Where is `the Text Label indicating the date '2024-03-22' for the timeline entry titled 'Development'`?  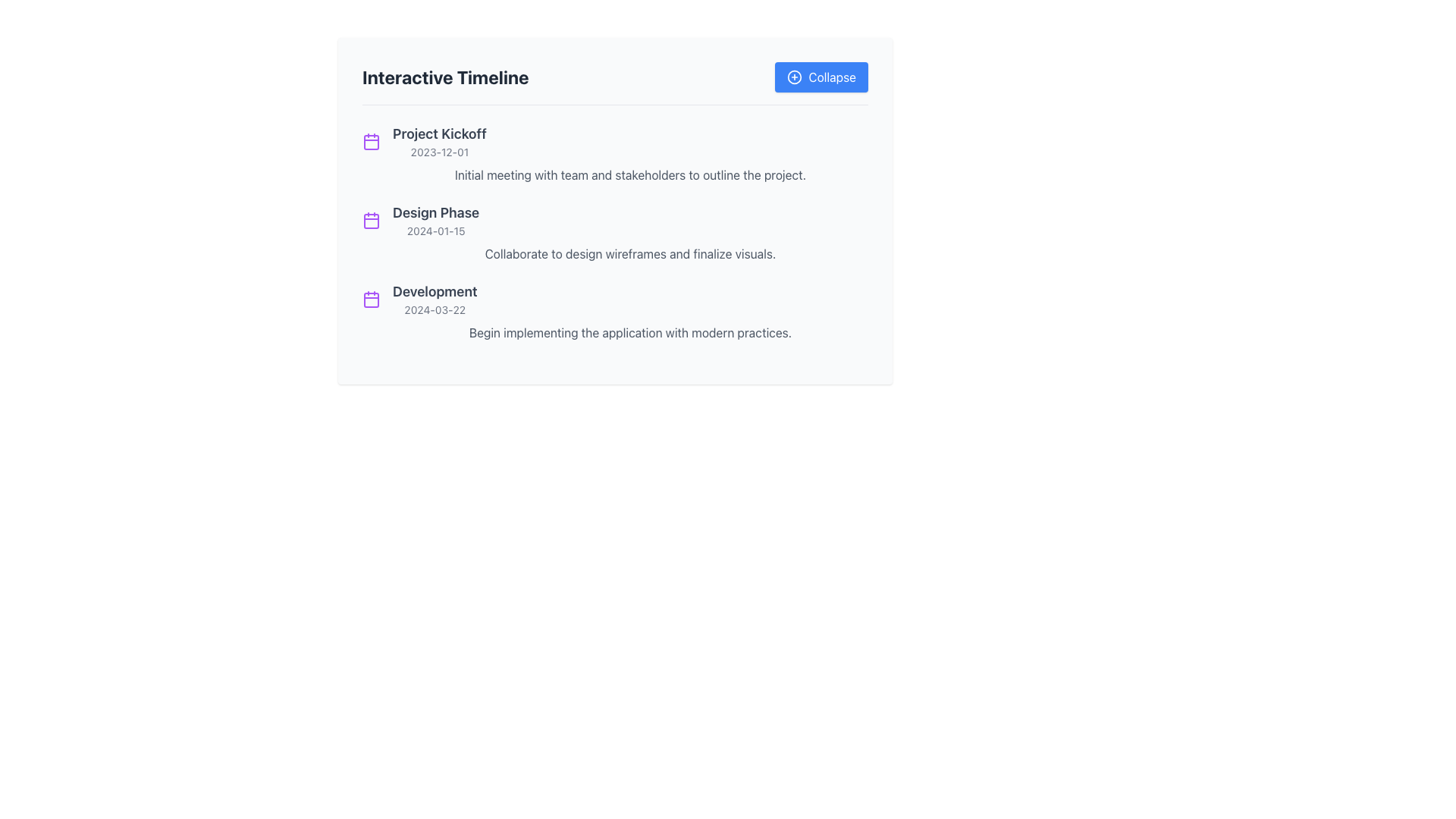
the Text Label indicating the date '2024-03-22' for the timeline entry titled 'Development' is located at coordinates (434, 309).